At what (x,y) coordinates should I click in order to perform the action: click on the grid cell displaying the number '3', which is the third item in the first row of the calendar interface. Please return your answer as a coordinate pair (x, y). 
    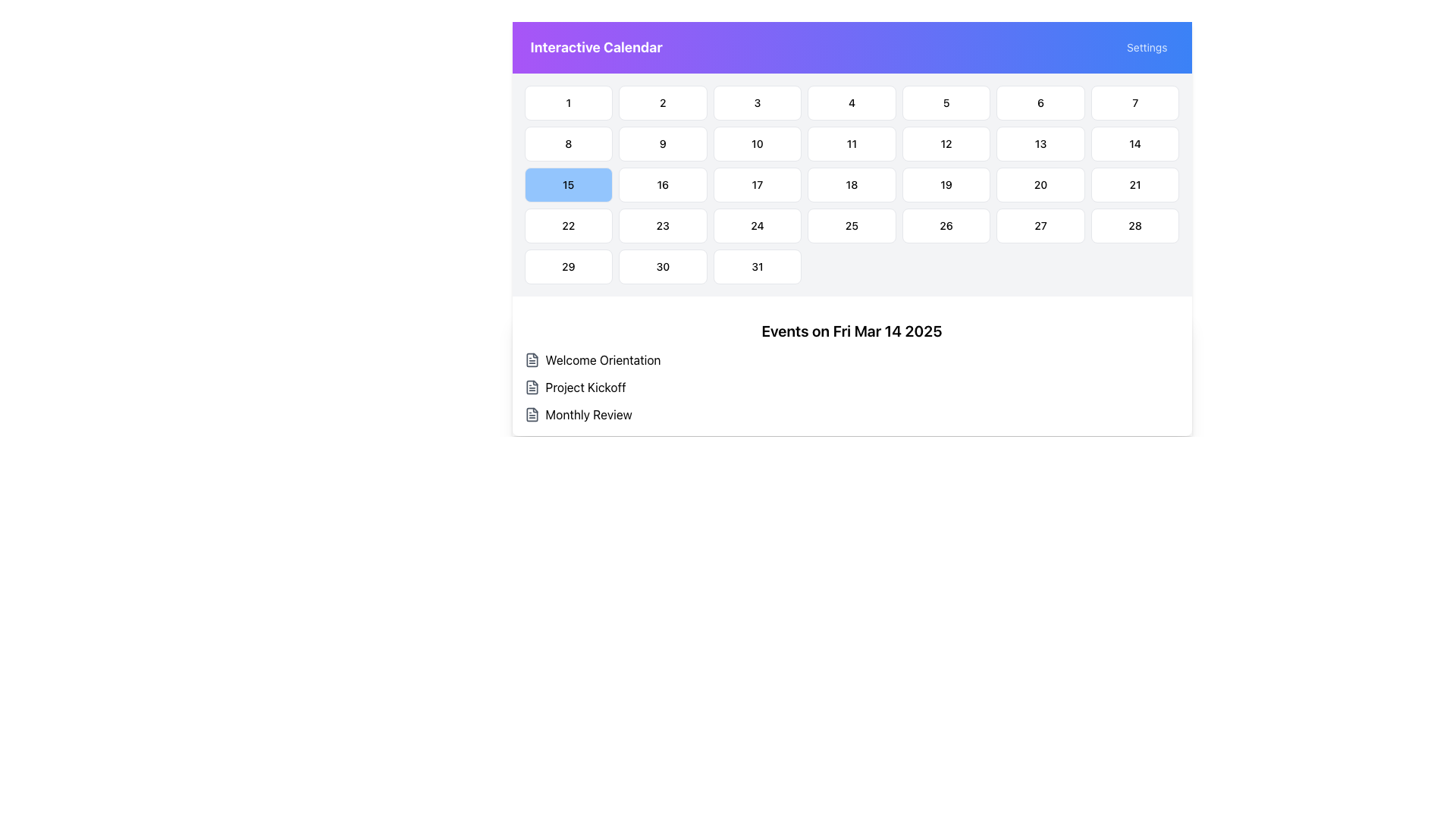
    Looking at the image, I should click on (757, 102).